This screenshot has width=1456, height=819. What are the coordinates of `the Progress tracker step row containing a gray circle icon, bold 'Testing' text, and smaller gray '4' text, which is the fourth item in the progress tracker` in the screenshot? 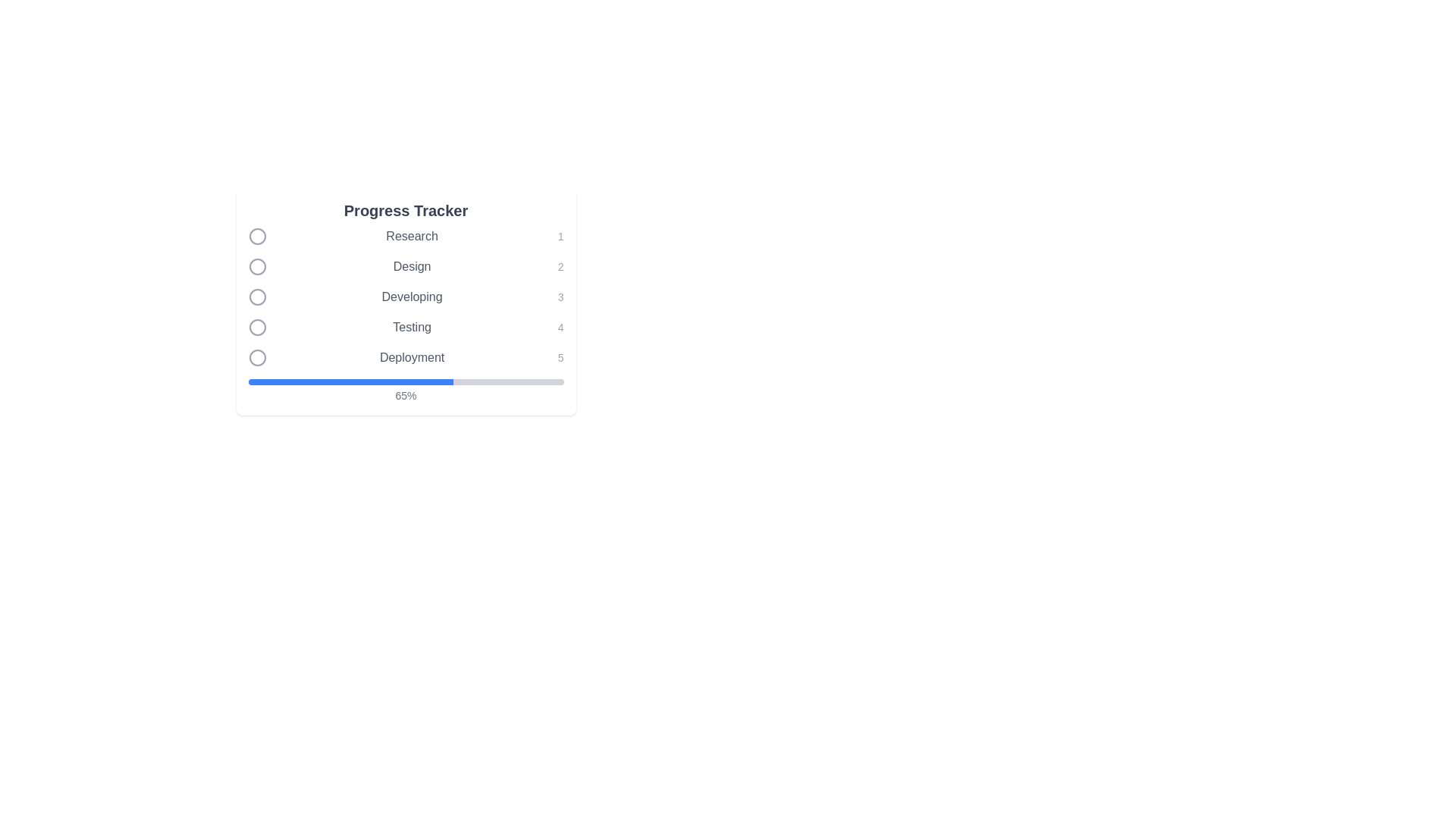 It's located at (406, 327).